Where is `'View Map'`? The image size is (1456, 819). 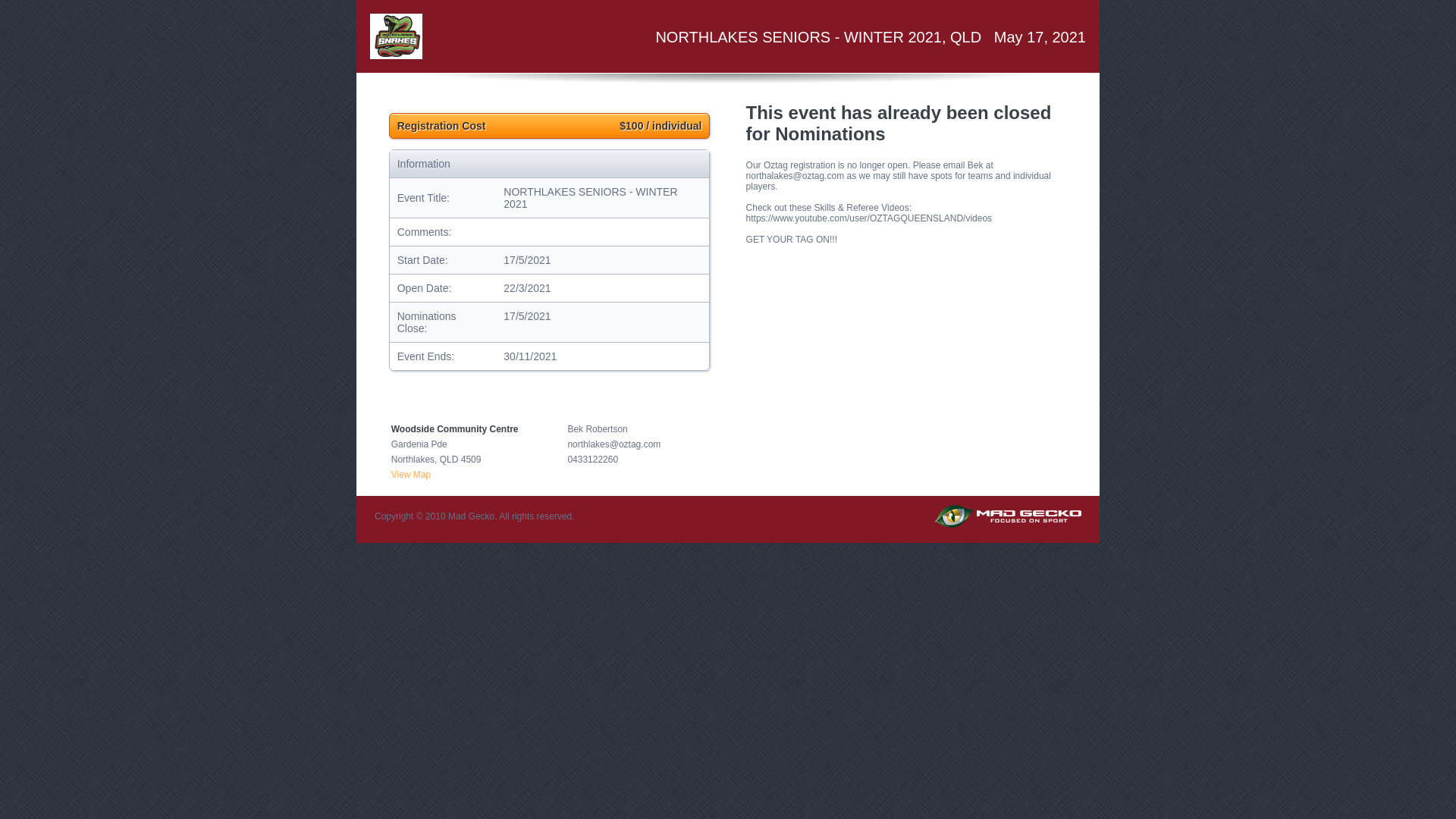
'View Map' is located at coordinates (411, 473).